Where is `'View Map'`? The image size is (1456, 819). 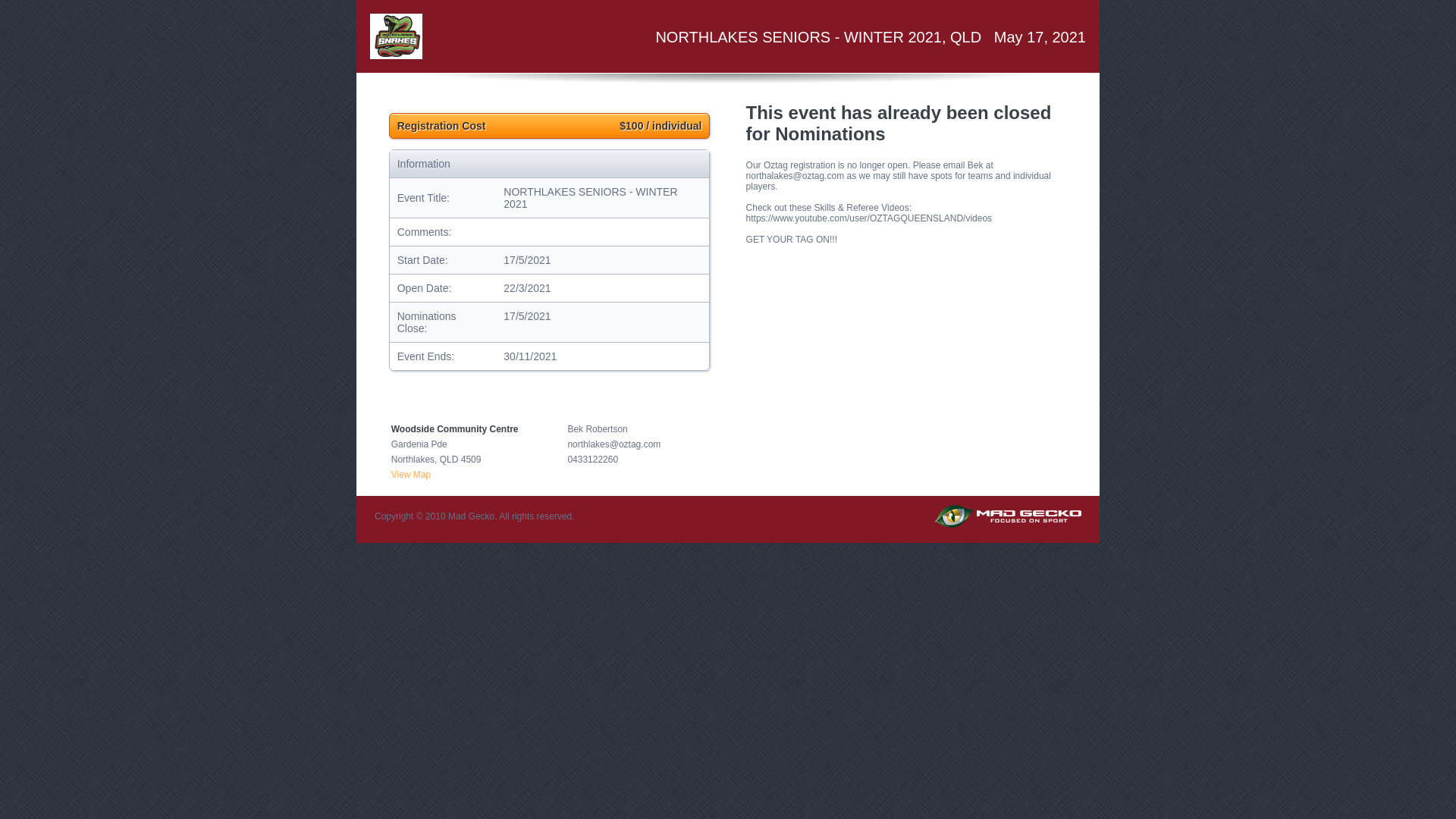
'View Map' is located at coordinates (411, 473).